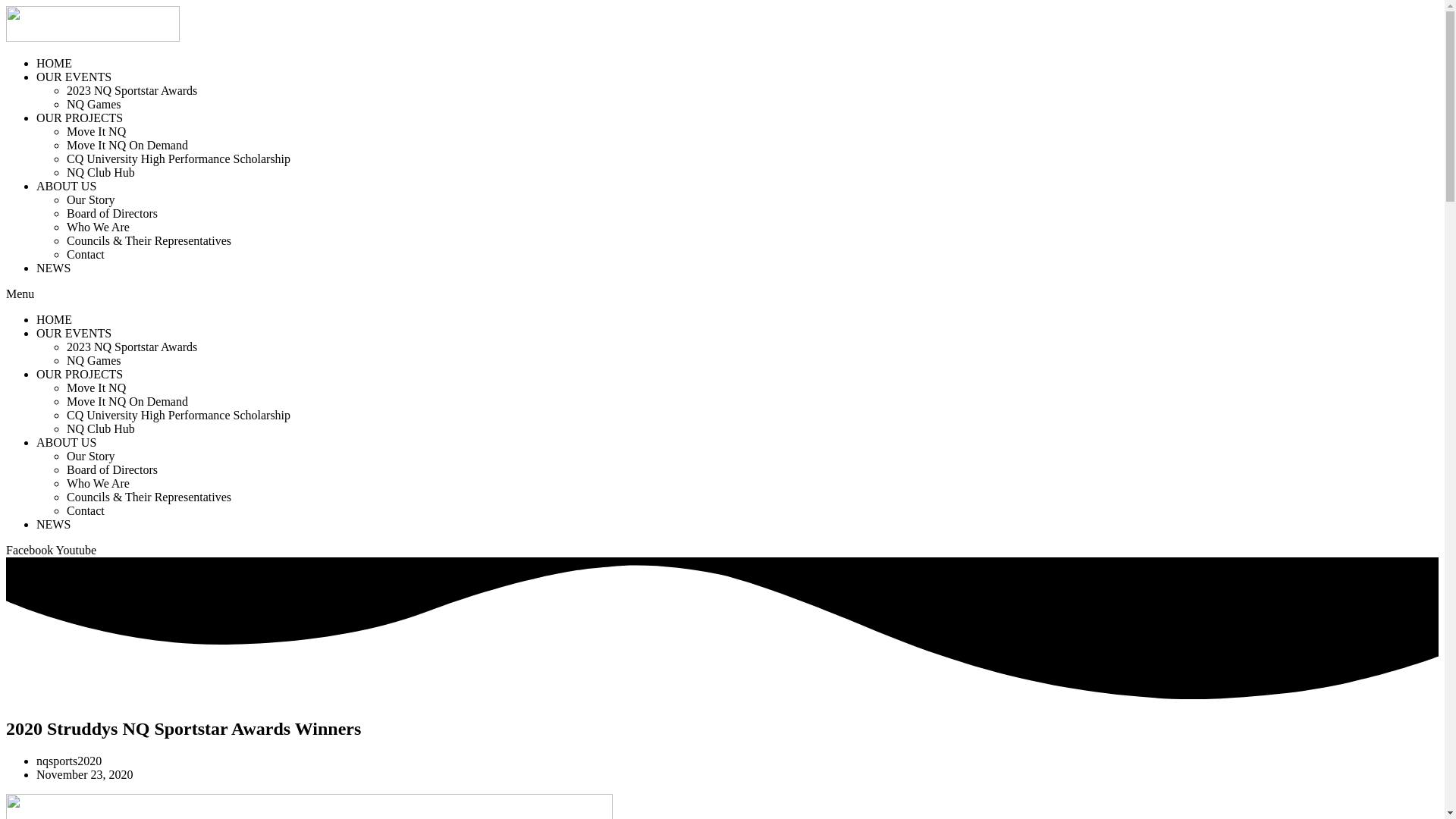  What do you see at coordinates (131, 90) in the screenshot?
I see `'2023 NQ Sportstar Awards'` at bounding box center [131, 90].